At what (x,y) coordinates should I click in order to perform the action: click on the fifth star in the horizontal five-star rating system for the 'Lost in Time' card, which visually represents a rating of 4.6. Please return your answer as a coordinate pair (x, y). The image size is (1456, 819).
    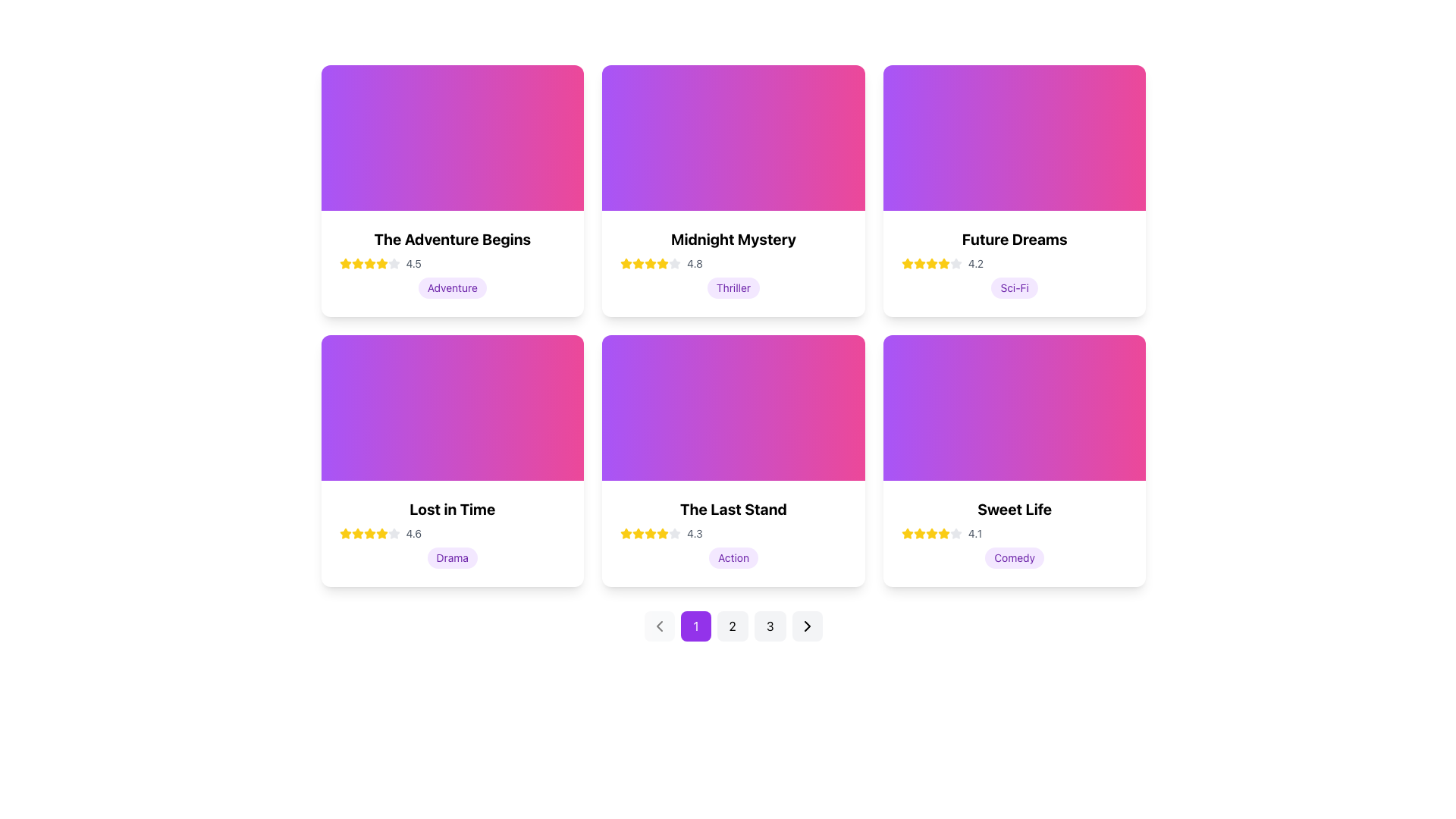
    Looking at the image, I should click on (394, 533).